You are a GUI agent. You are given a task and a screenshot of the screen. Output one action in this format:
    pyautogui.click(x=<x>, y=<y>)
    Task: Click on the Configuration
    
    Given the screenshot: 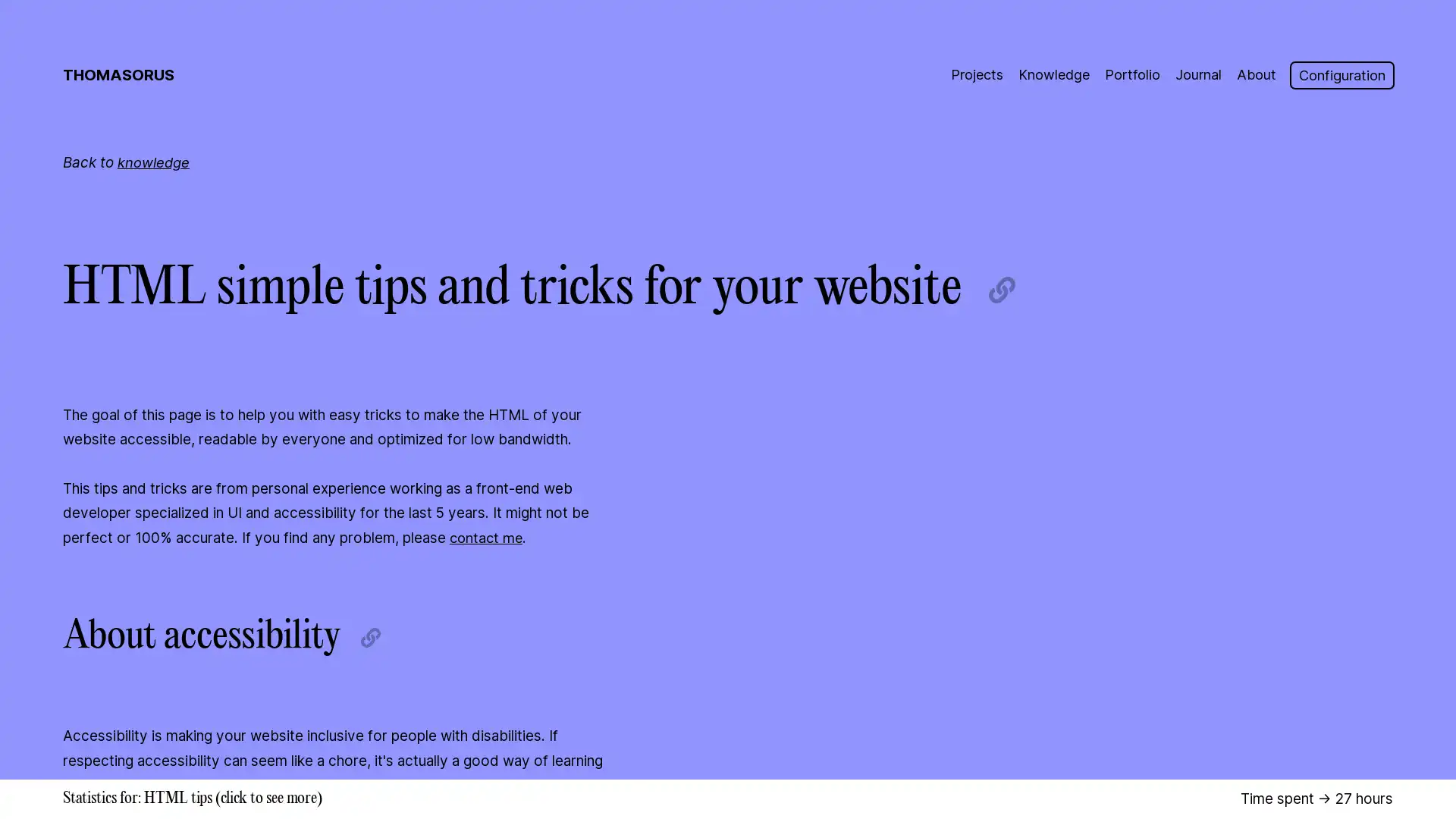 What is the action you would take?
    pyautogui.click(x=1340, y=75)
    